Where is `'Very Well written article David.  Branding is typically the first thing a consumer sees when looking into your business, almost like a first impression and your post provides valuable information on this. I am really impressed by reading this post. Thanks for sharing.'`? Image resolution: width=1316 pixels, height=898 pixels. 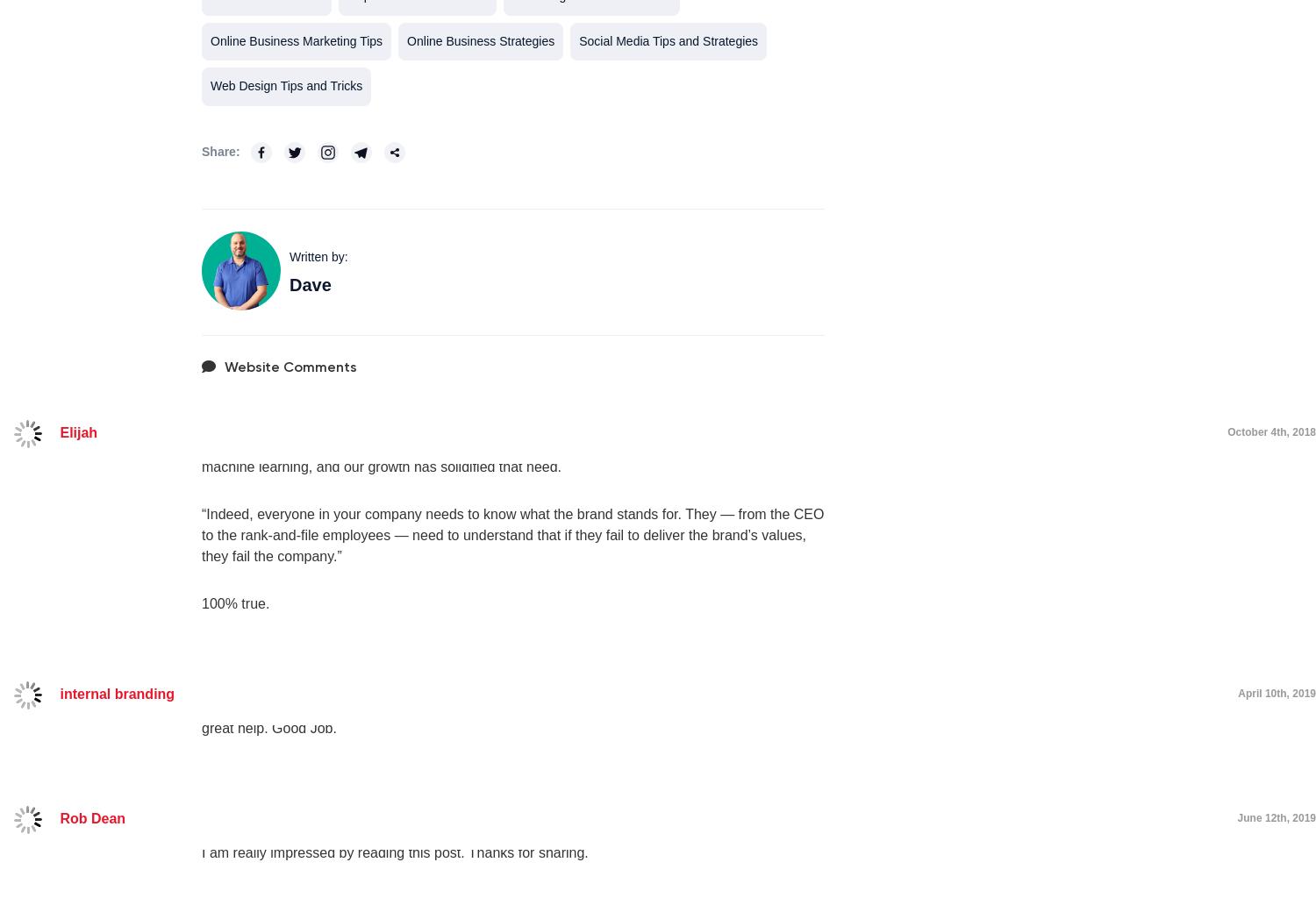 'Very Well written article David.  Branding is typically the first thing a consumer sees when looking into your business, almost like a first impression and your post provides valuable information on this. I am really impressed by reading this post. Thanks for sharing.' is located at coordinates (200, 831).